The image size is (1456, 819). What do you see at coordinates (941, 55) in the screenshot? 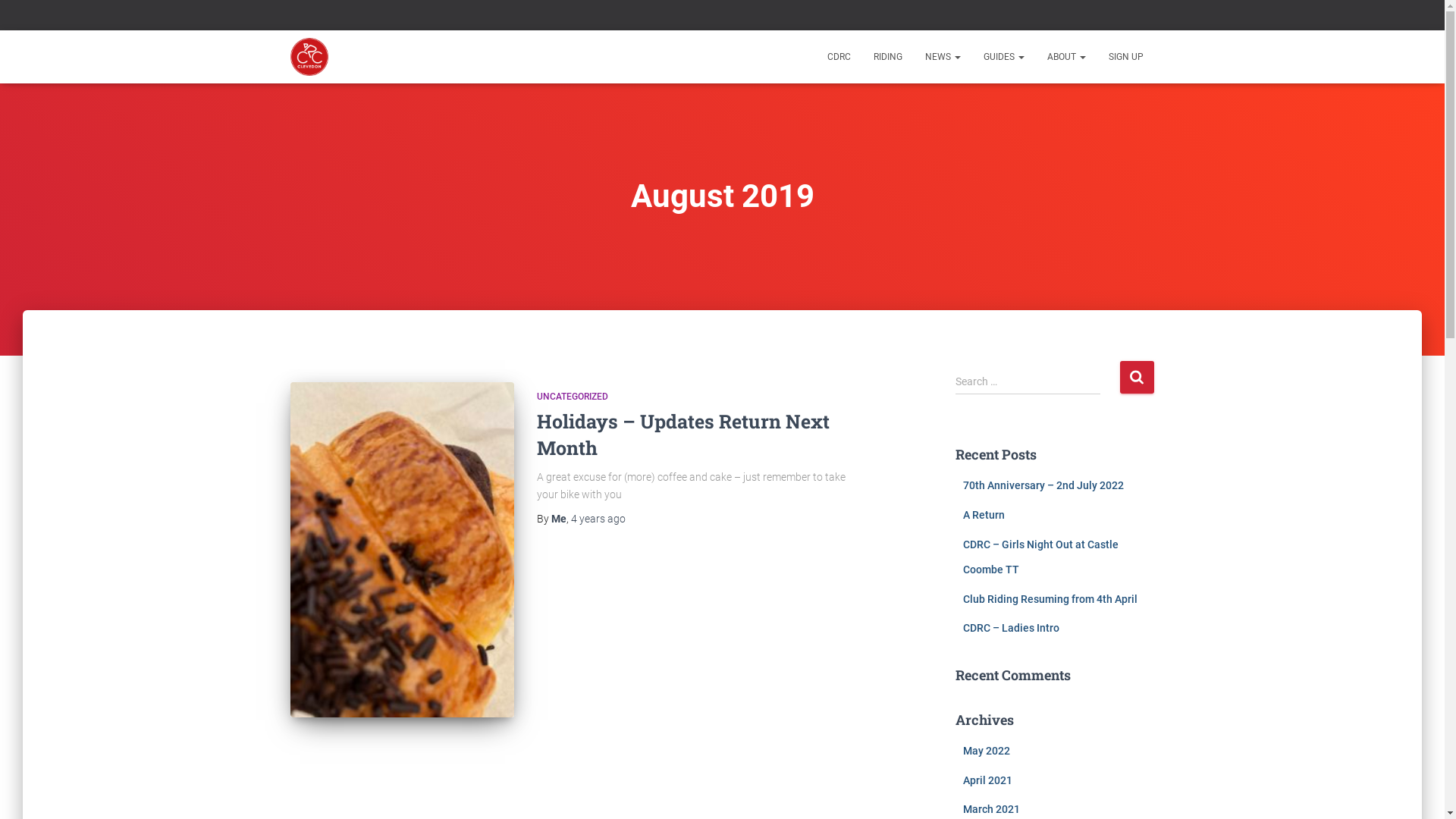
I see `'NEWS'` at bounding box center [941, 55].